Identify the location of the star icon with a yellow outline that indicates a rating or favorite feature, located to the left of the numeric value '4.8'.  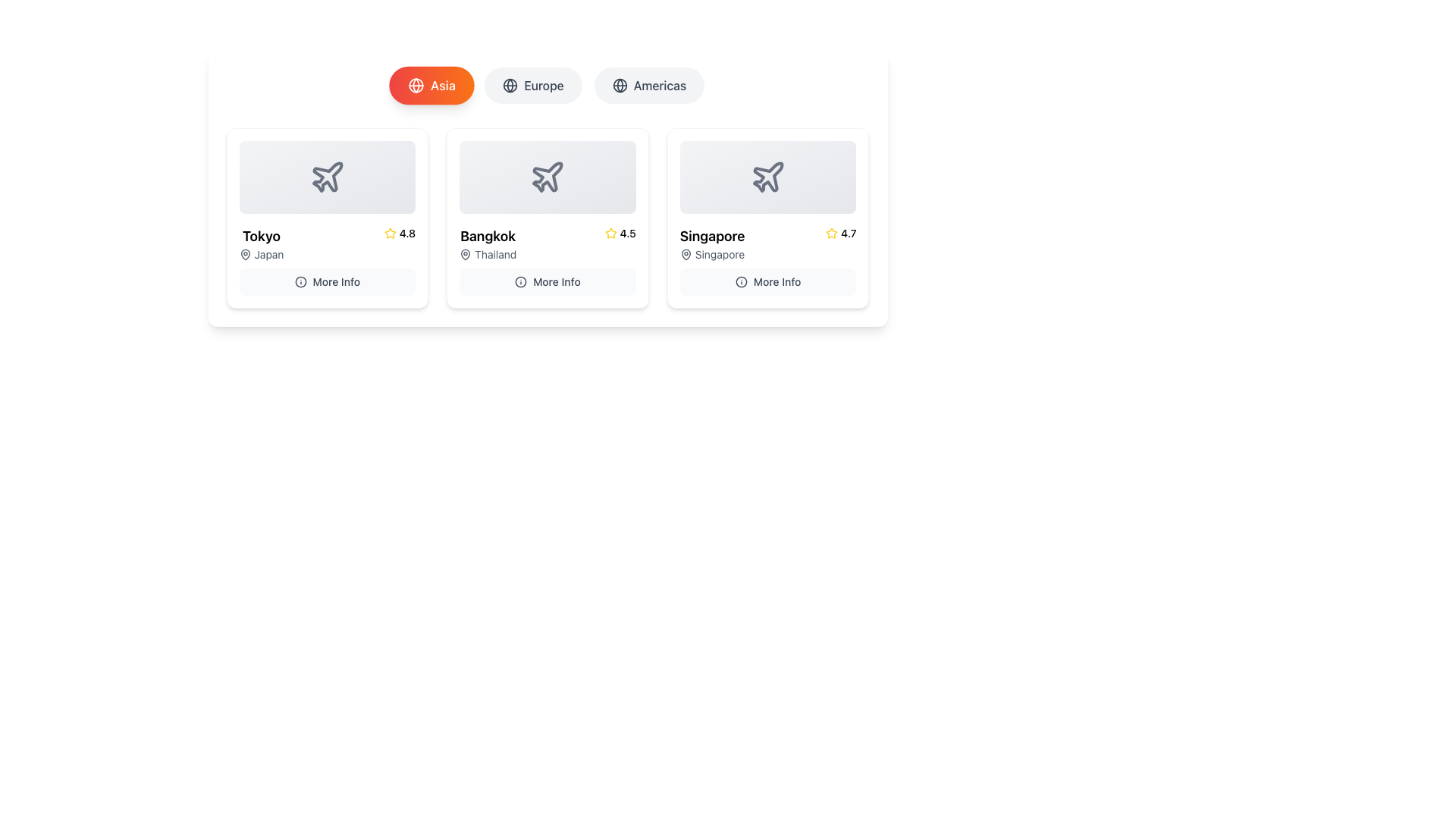
(390, 234).